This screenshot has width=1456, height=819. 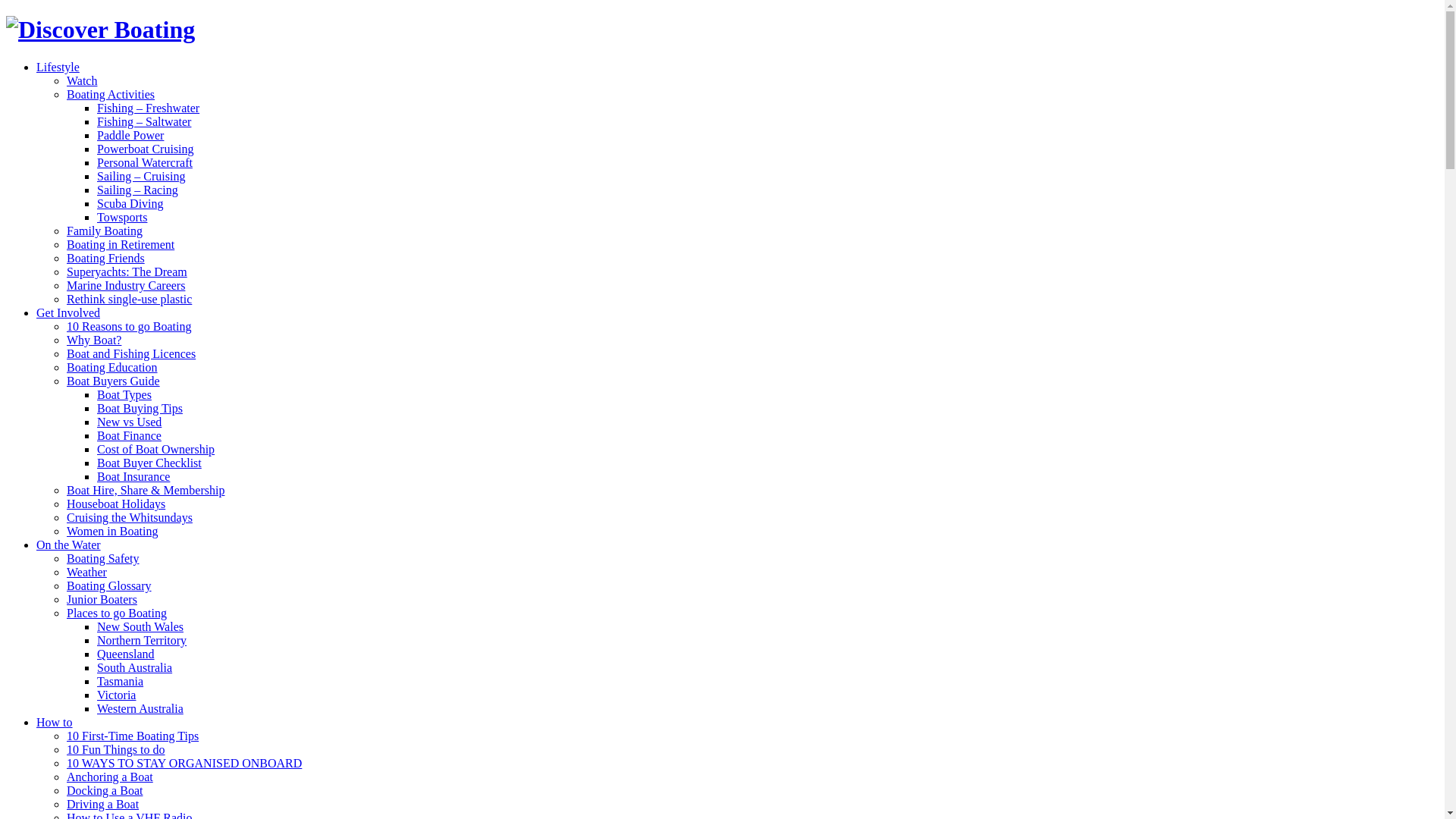 I want to click on 'Tasmania', so click(x=119, y=680).